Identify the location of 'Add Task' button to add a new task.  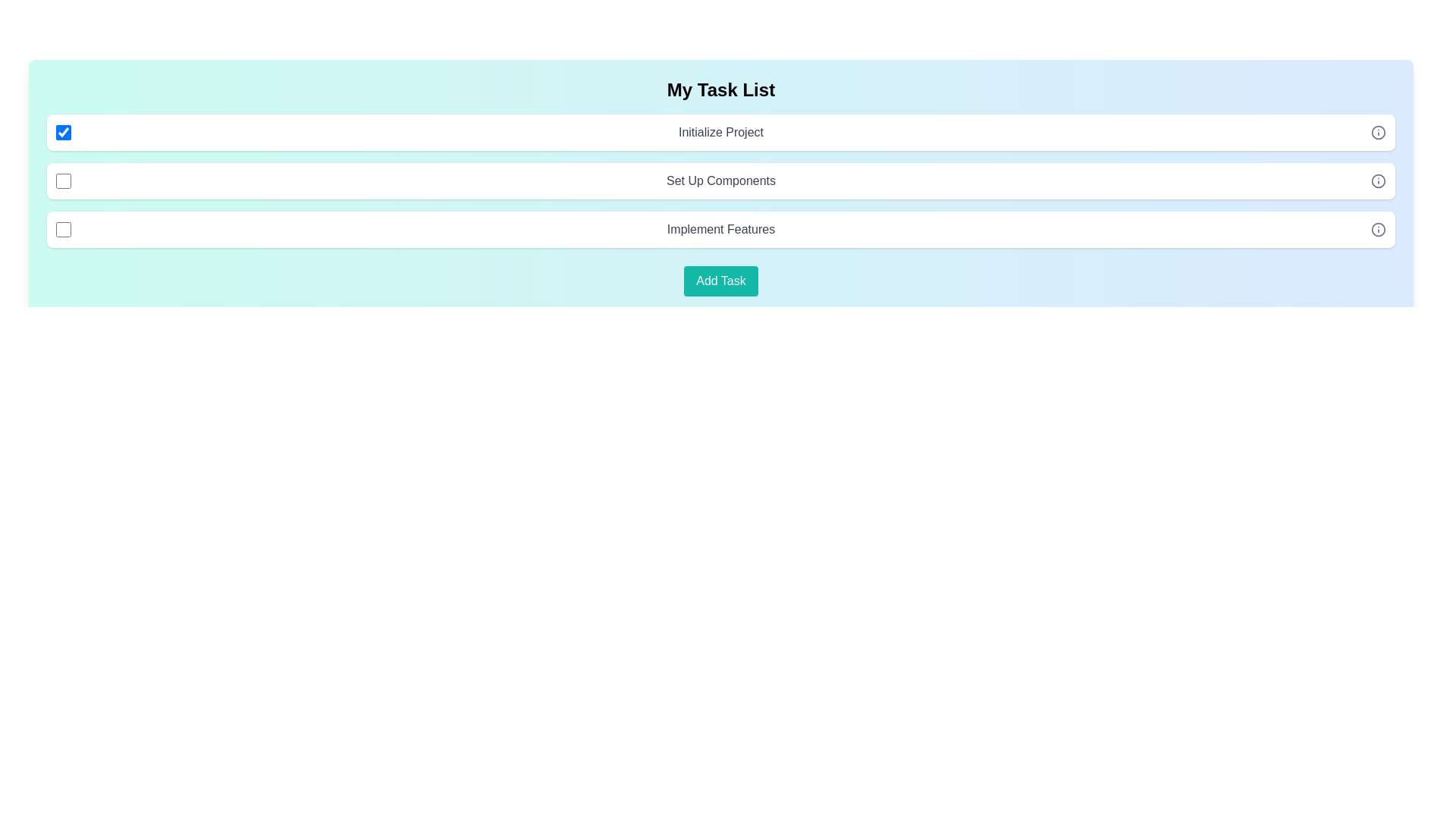
(720, 281).